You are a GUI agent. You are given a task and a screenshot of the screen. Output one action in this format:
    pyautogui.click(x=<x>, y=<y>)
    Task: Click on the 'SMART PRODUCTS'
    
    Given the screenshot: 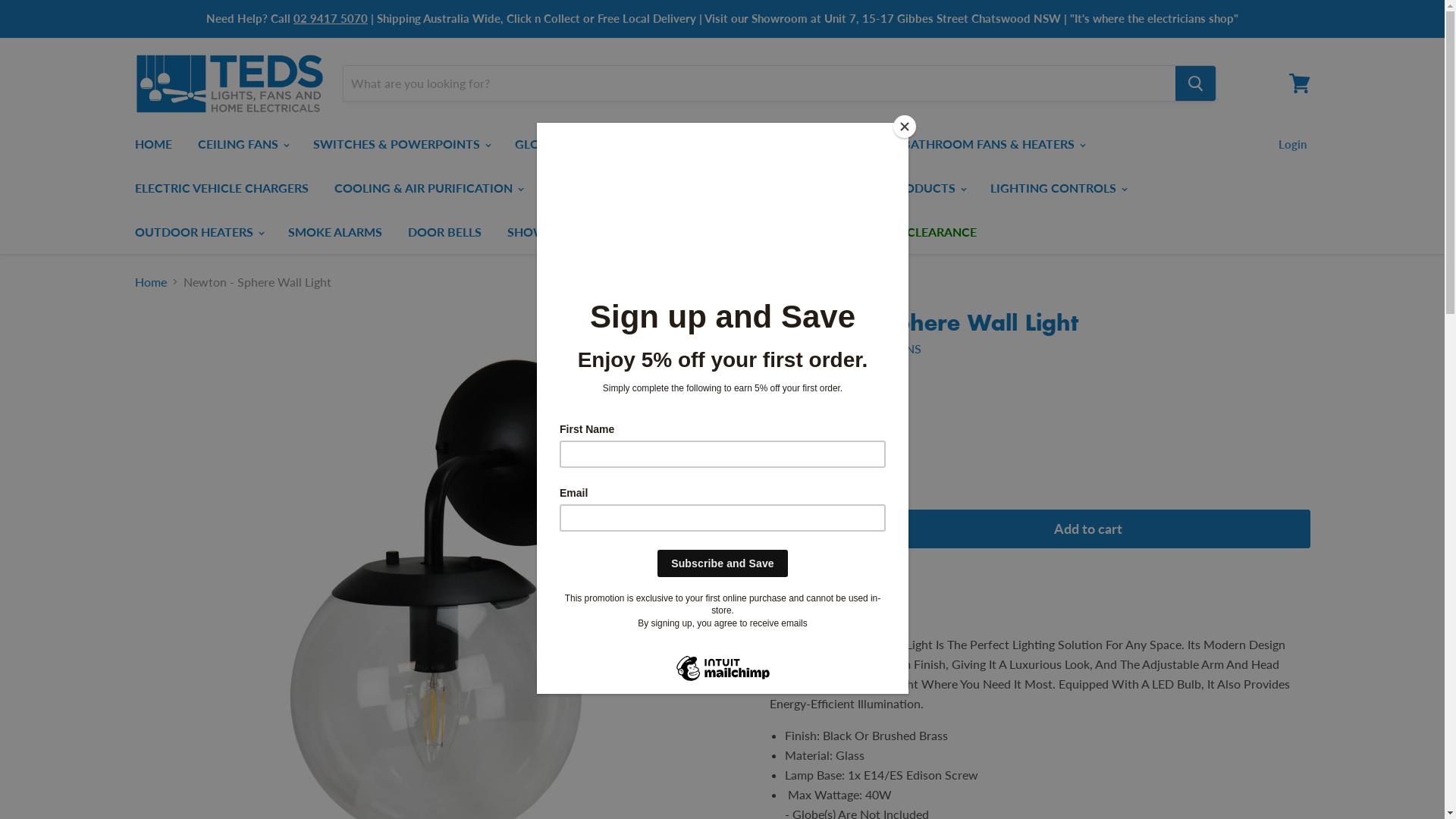 What is the action you would take?
    pyautogui.click(x=832, y=187)
    